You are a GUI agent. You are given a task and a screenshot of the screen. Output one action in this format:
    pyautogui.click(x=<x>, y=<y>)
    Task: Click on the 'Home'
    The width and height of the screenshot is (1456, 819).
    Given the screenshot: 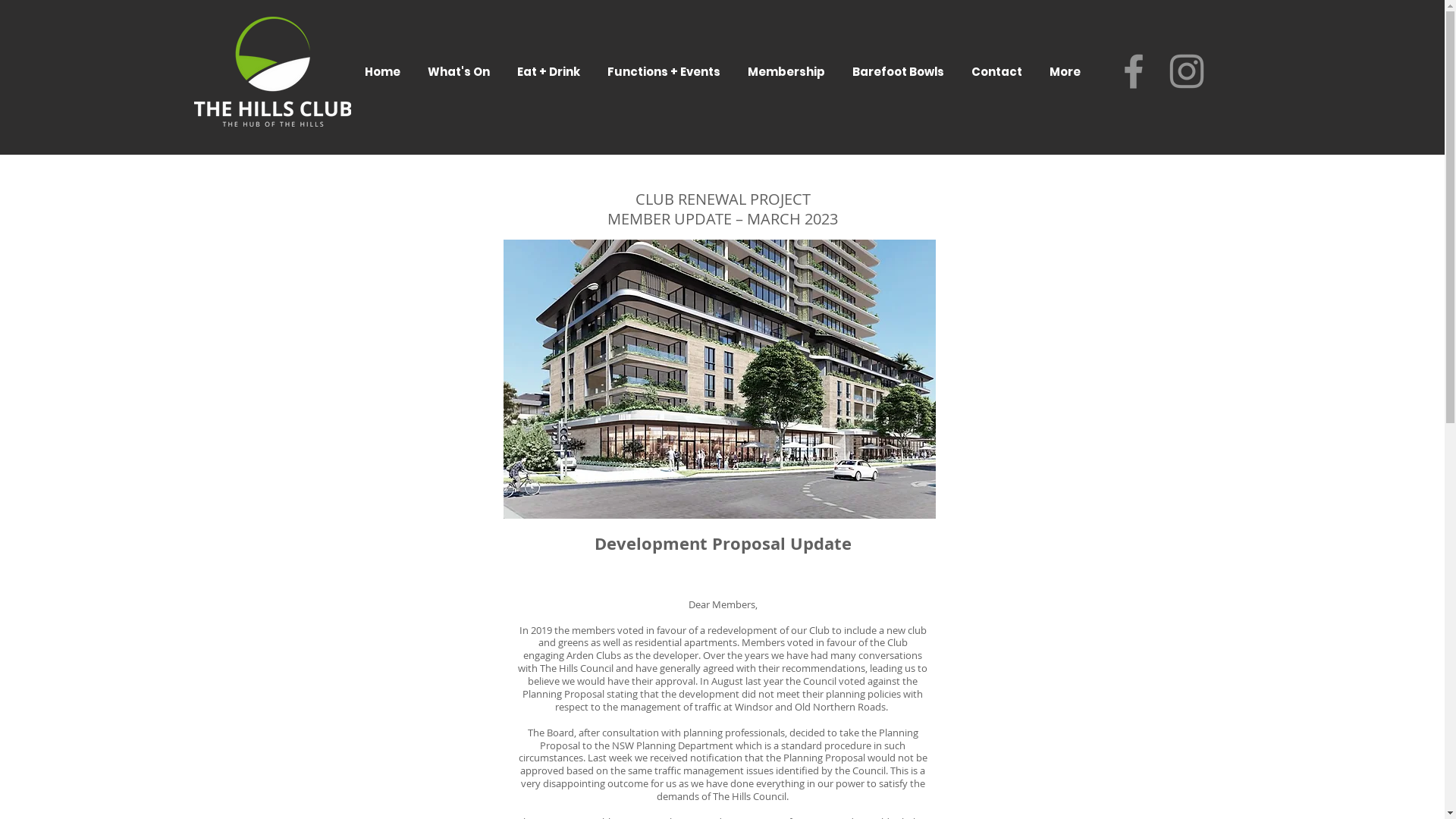 What is the action you would take?
    pyautogui.click(x=381, y=71)
    